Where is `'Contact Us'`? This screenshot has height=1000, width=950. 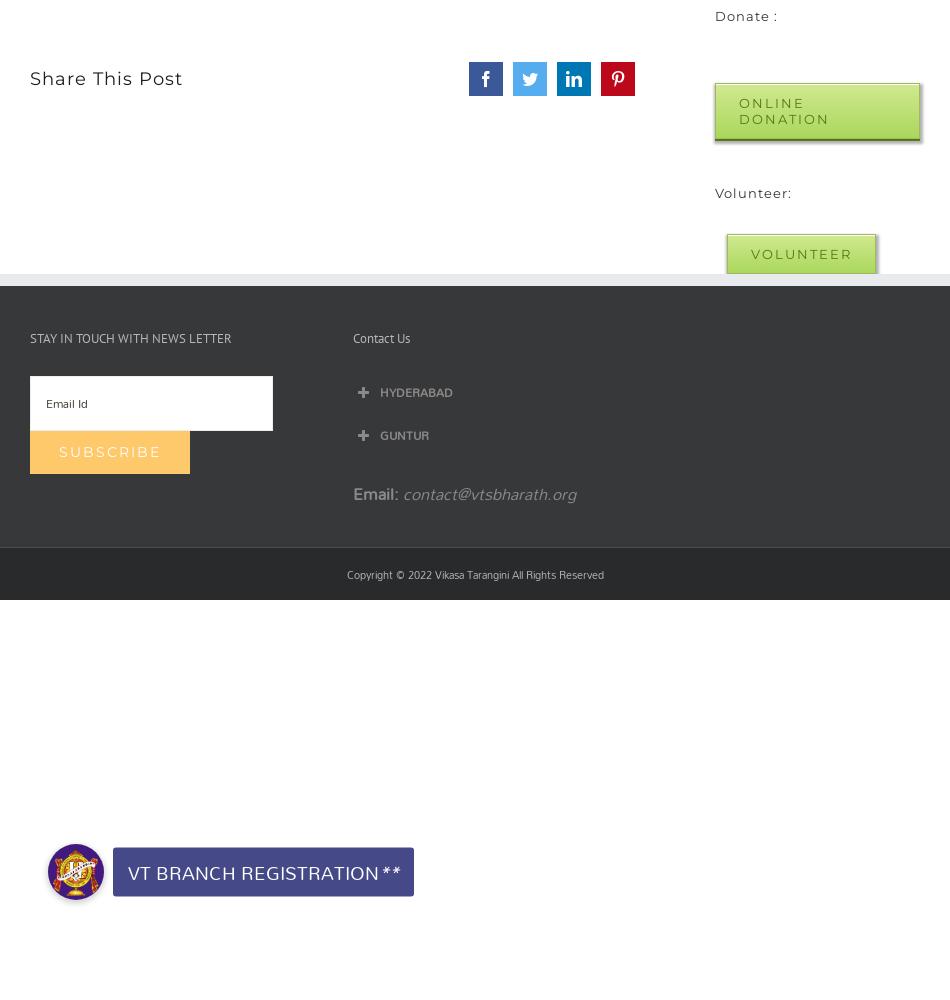 'Contact Us' is located at coordinates (380, 336).